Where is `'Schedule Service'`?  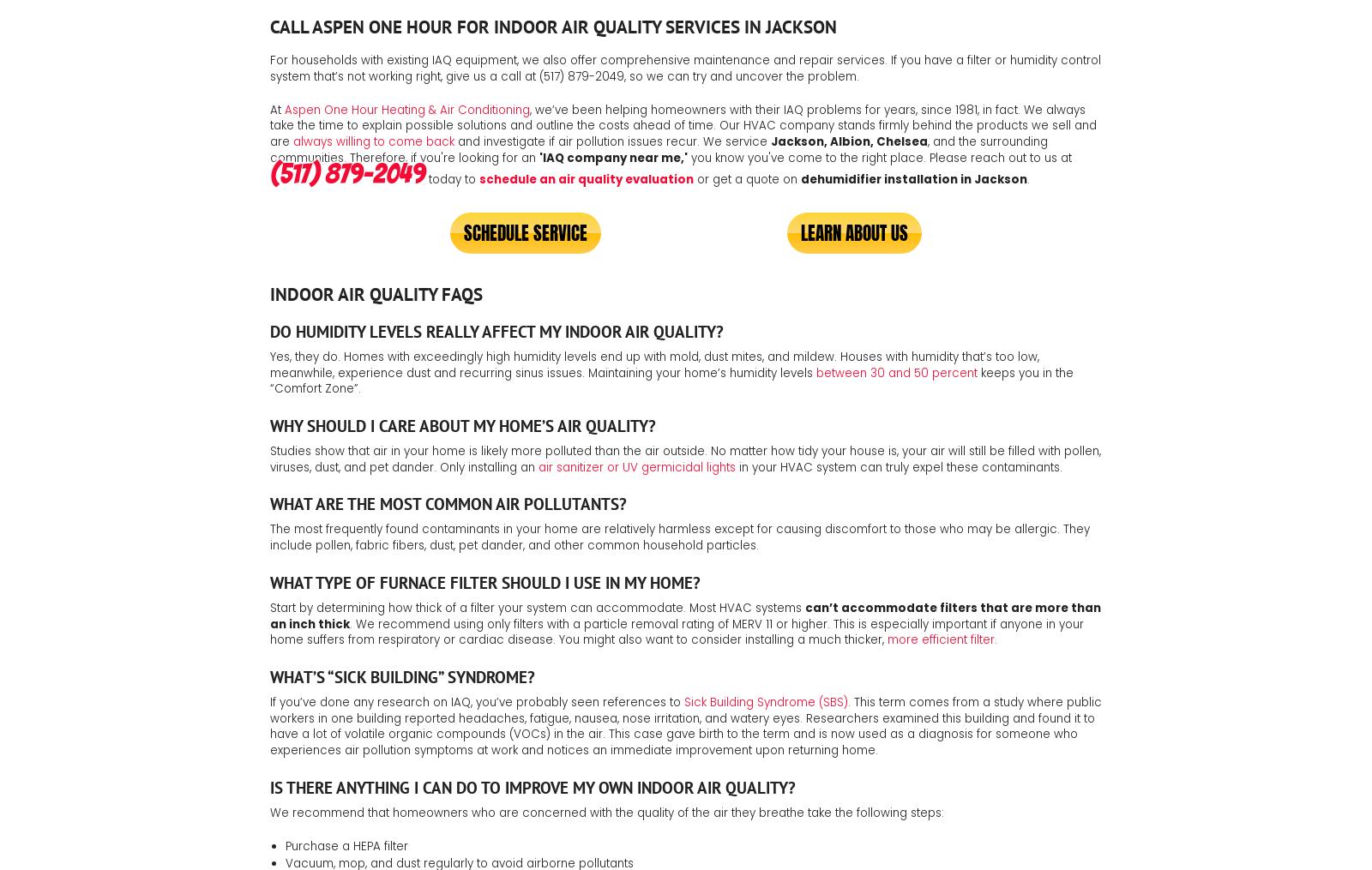 'Schedule Service' is located at coordinates (525, 232).